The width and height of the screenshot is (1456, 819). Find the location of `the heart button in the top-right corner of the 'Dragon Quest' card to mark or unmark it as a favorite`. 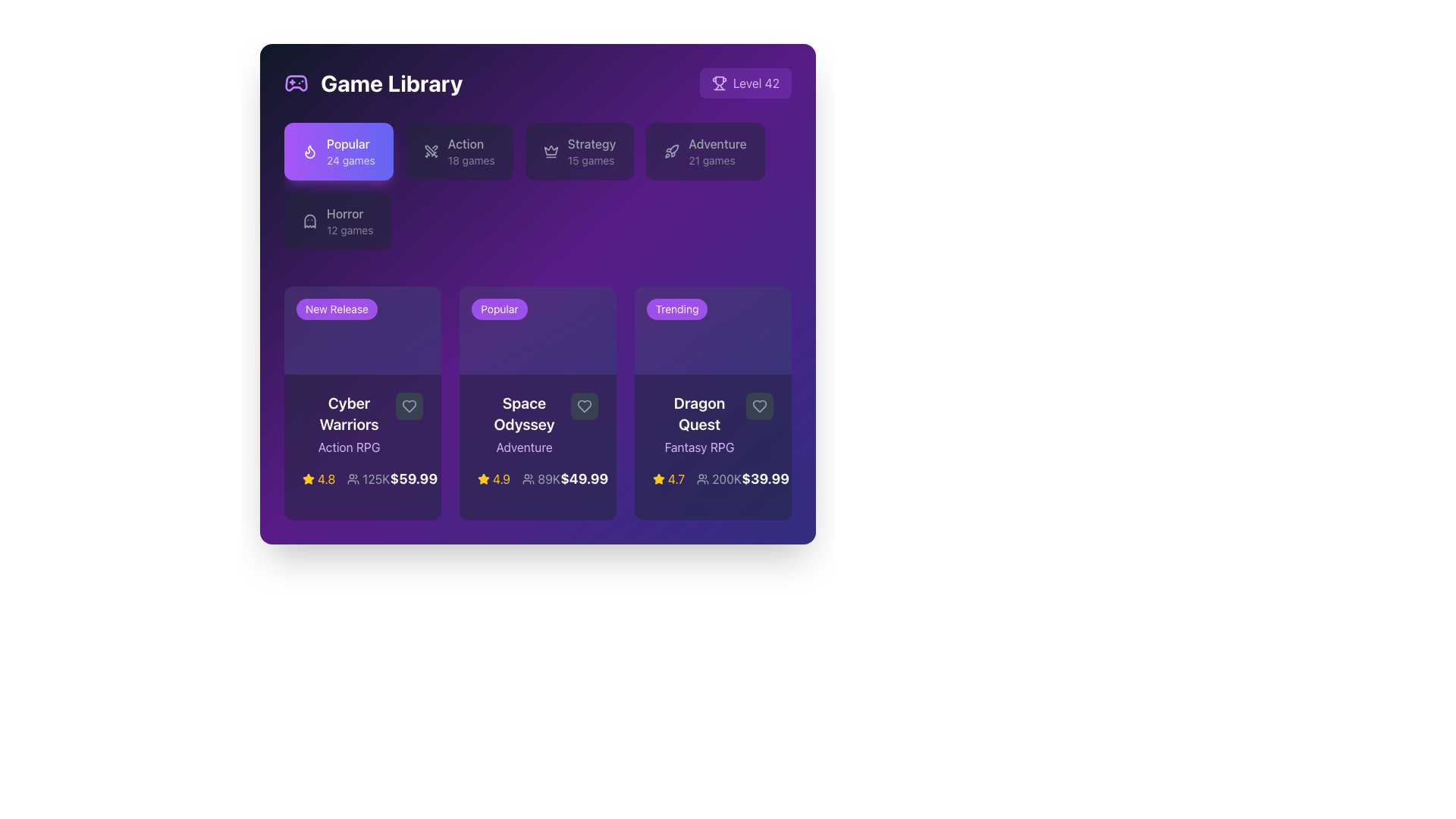

the heart button in the top-right corner of the 'Dragon Quest' card to mark or unmark it as a favorite is located at coordinates (760, 406).